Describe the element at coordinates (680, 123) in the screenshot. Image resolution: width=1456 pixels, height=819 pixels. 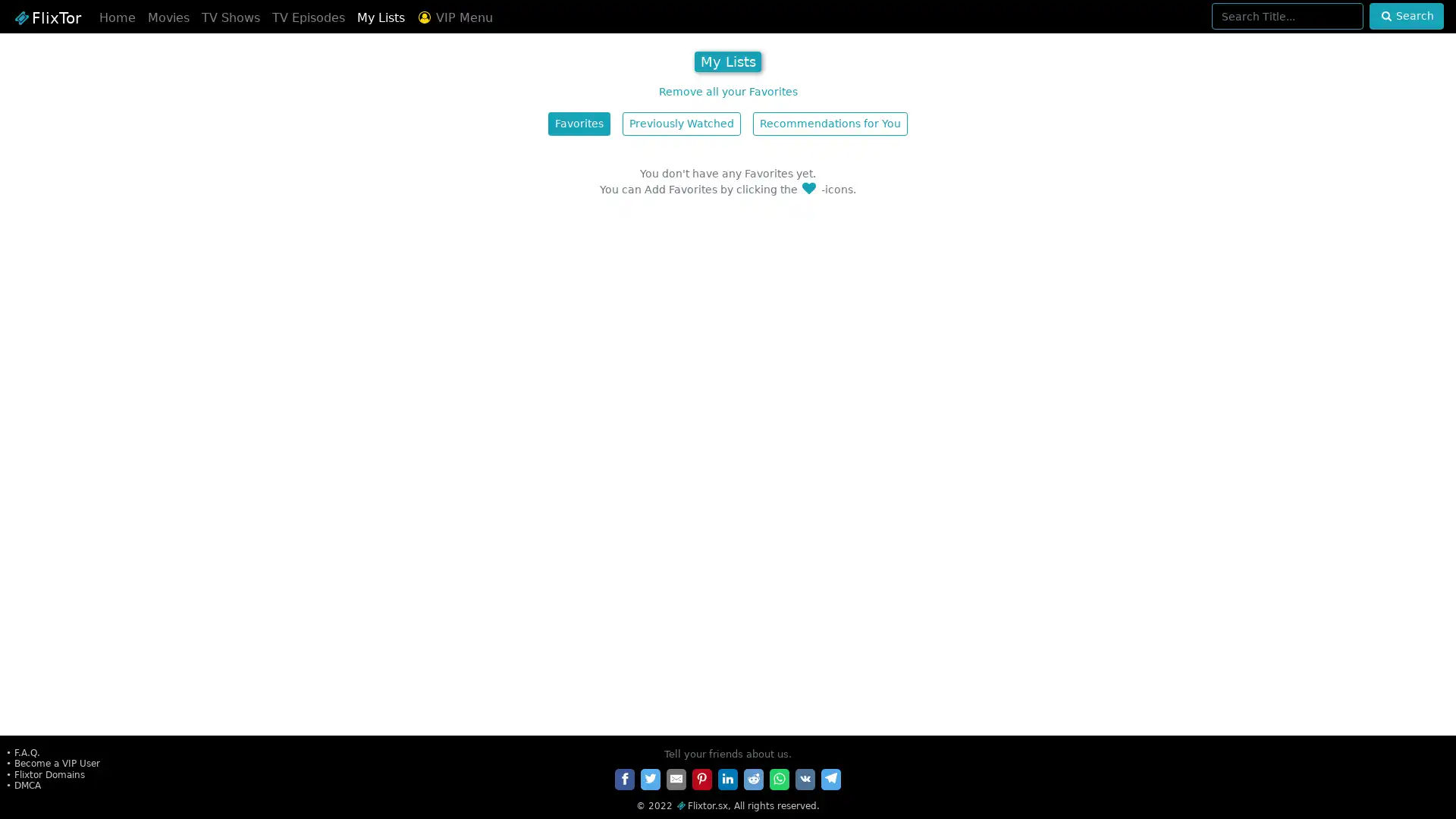
I see `Previously Watched` at that location.